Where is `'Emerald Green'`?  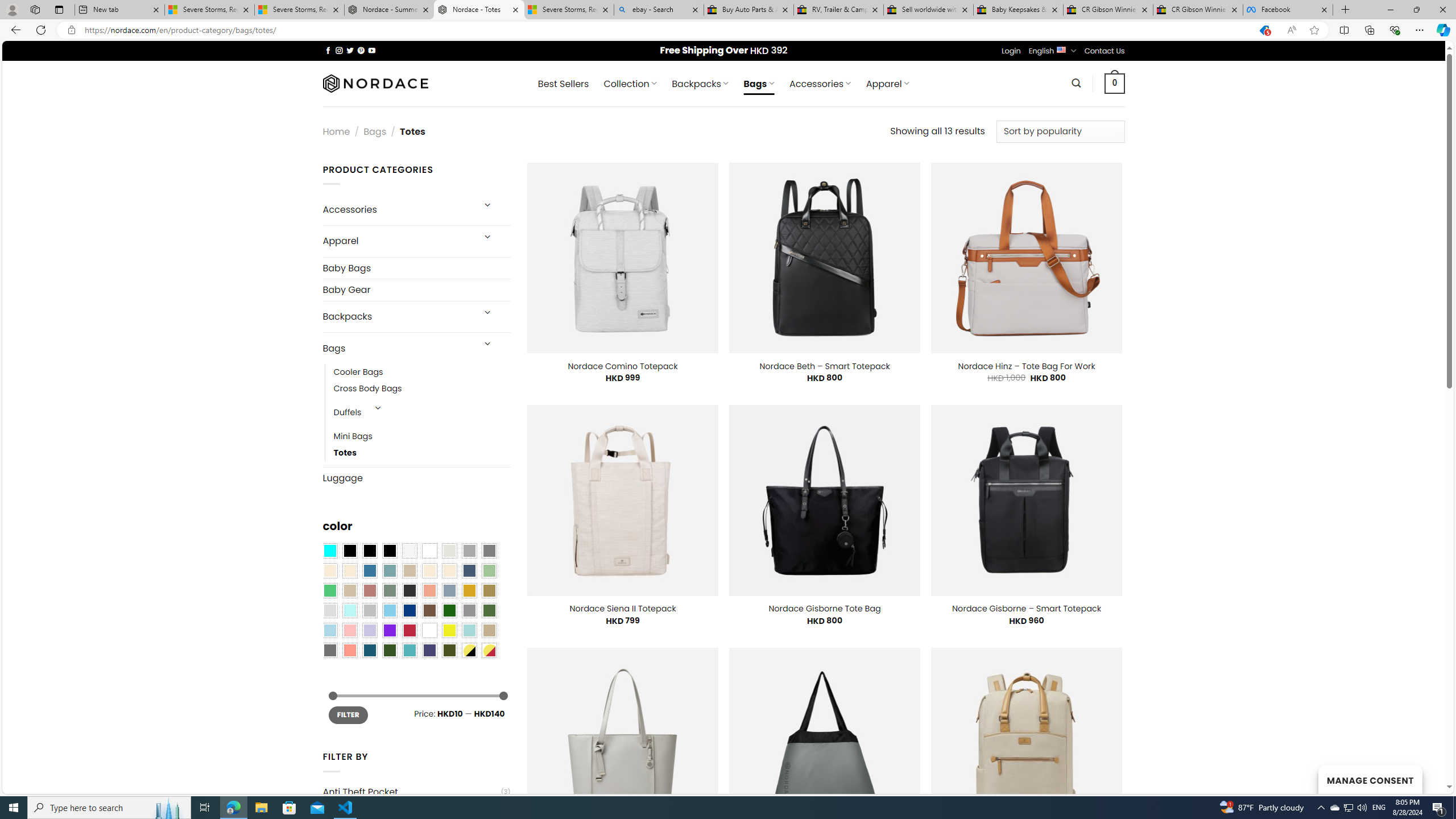 'Emerald Green' is located at coordinates (329, 590).